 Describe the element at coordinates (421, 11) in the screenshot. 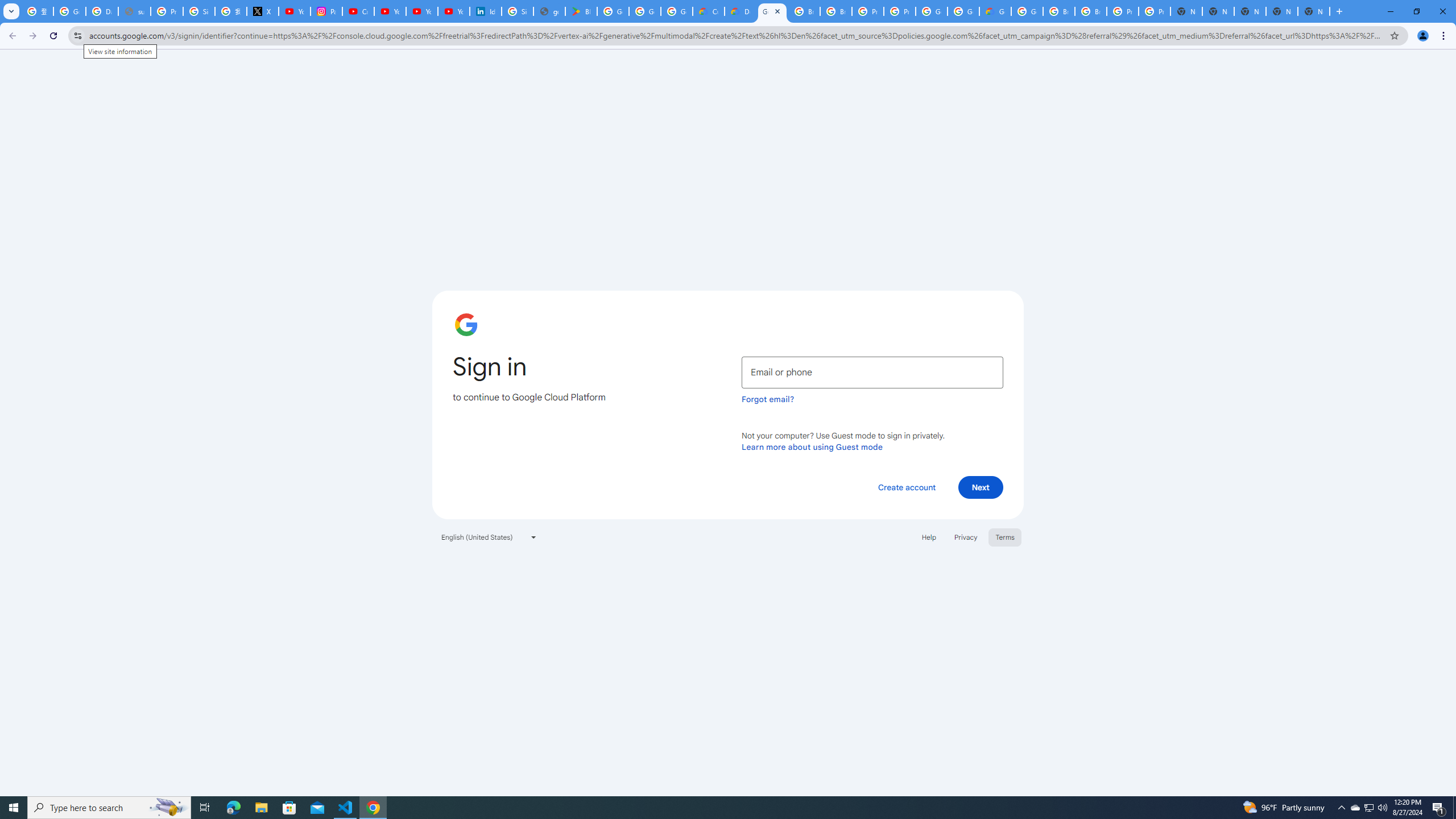

I see `'YouTube Culture & Trends - YouTube Top 10, 2021'` at that location.